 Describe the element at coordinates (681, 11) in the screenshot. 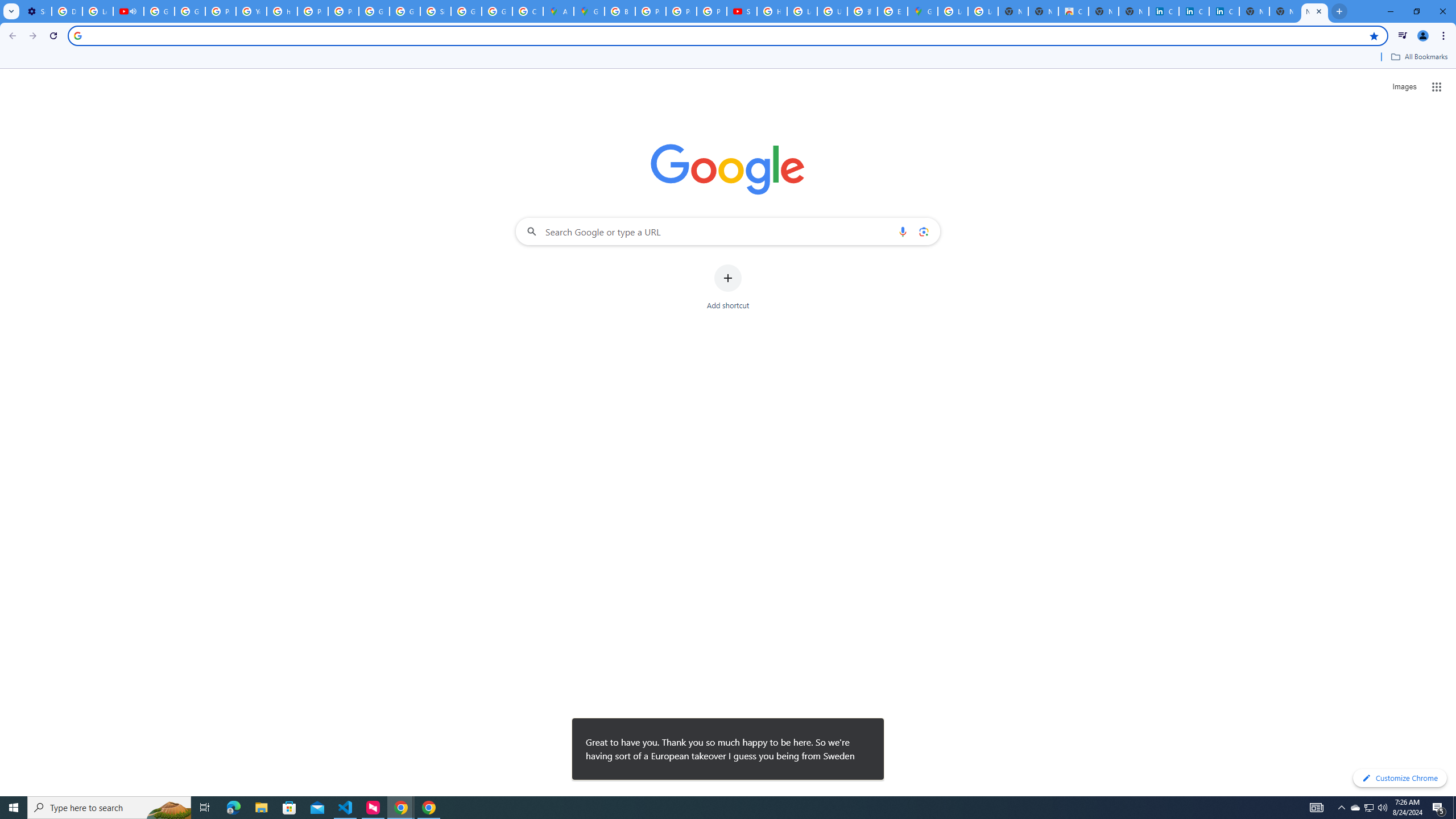

I see `'Privacy Help Center - Policies Help'` at that location.